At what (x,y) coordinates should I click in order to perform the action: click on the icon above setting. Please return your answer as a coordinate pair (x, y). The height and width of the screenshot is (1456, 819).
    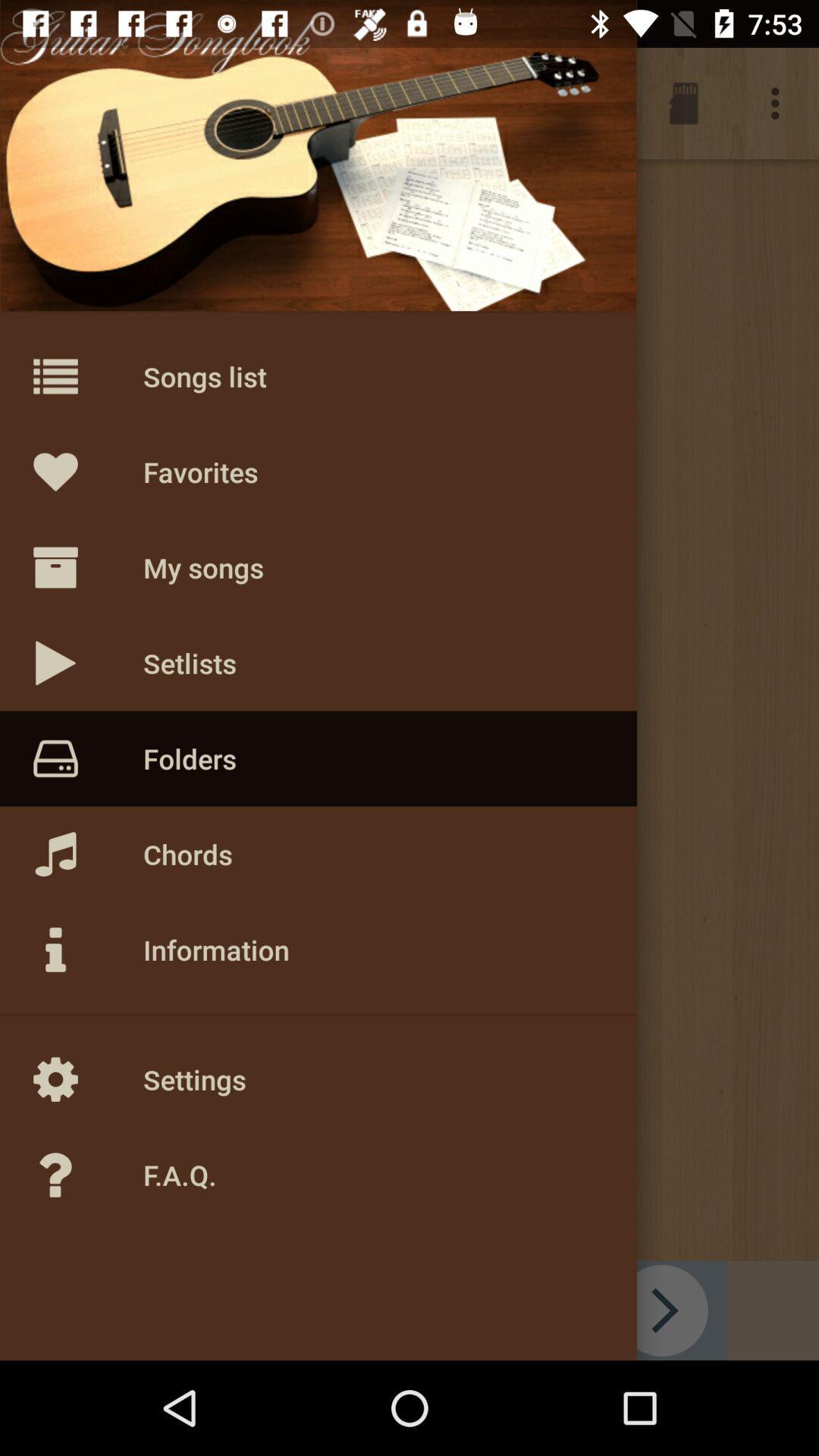
    Looking at the image, I should click on (87, 949).